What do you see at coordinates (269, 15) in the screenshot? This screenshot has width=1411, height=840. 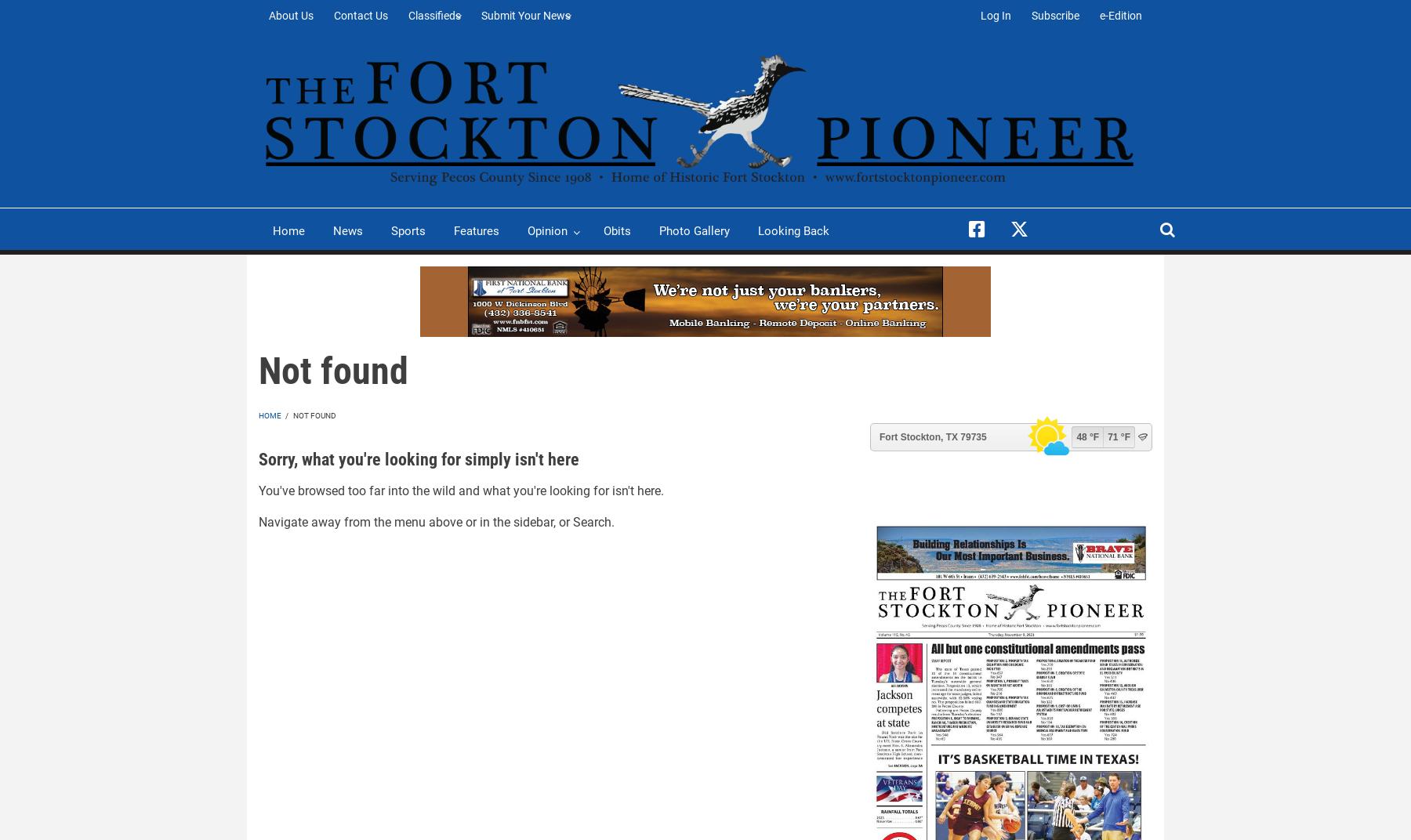 I see `'About Us'` at bounding box center [269, 15].